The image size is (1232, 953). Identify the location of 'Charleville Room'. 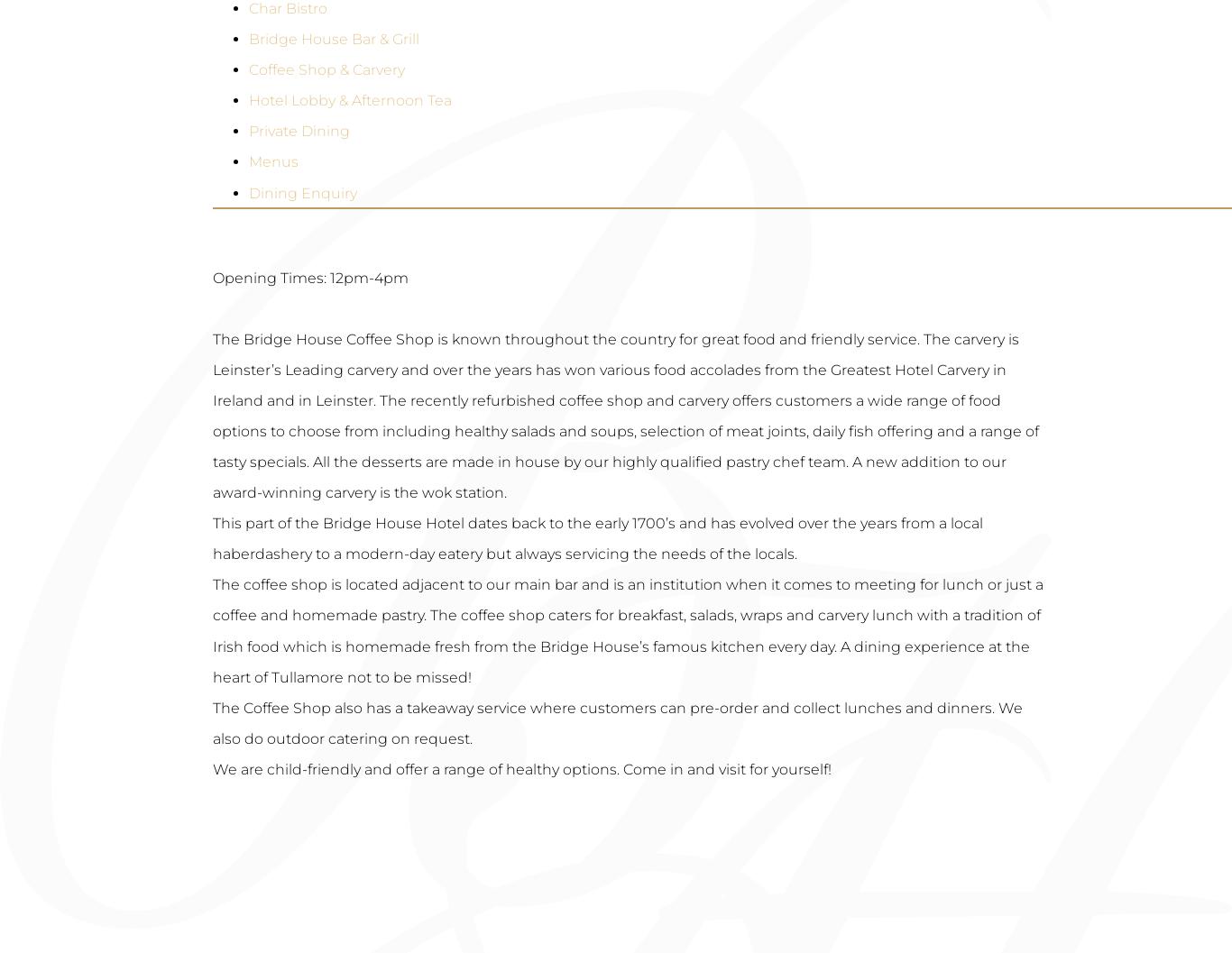
(250, 142).